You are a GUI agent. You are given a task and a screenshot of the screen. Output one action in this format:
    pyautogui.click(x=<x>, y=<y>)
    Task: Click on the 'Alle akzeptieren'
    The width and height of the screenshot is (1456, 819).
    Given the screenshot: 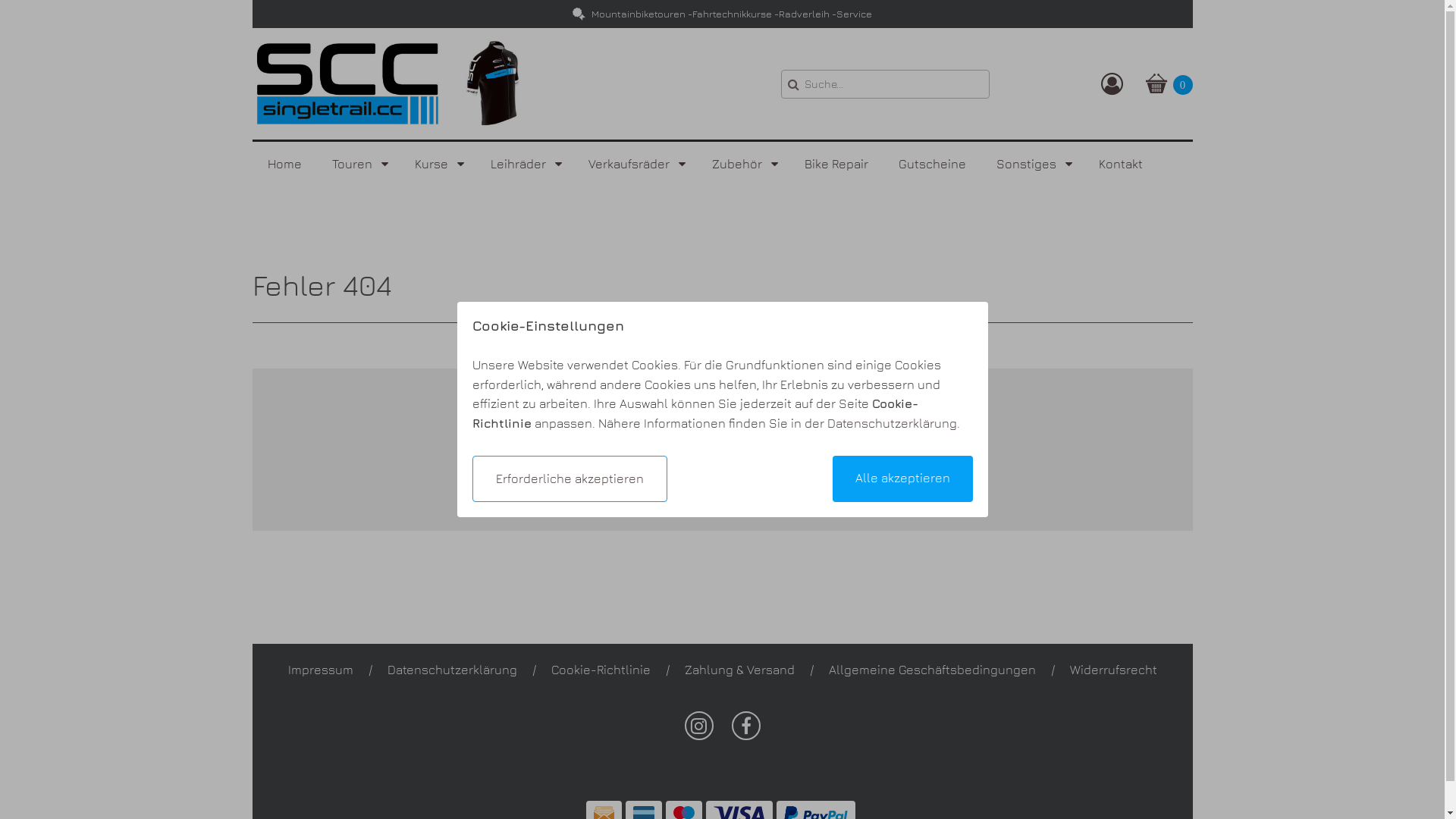 What is the action you would take?
    pyautogui.click(x=902, y=479)
    